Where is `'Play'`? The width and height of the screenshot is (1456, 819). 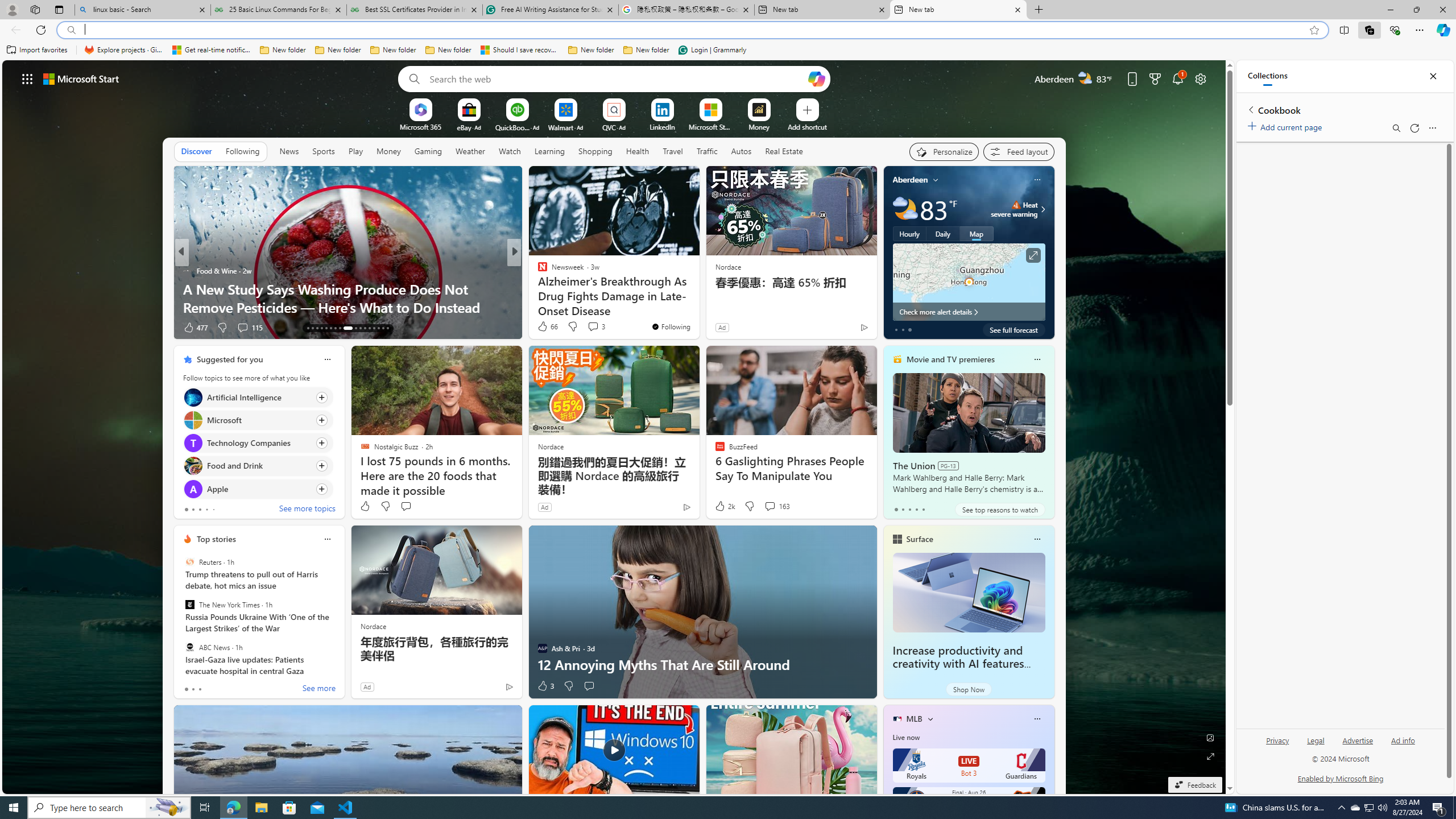 'Play' is located at coordinates (354, 150).